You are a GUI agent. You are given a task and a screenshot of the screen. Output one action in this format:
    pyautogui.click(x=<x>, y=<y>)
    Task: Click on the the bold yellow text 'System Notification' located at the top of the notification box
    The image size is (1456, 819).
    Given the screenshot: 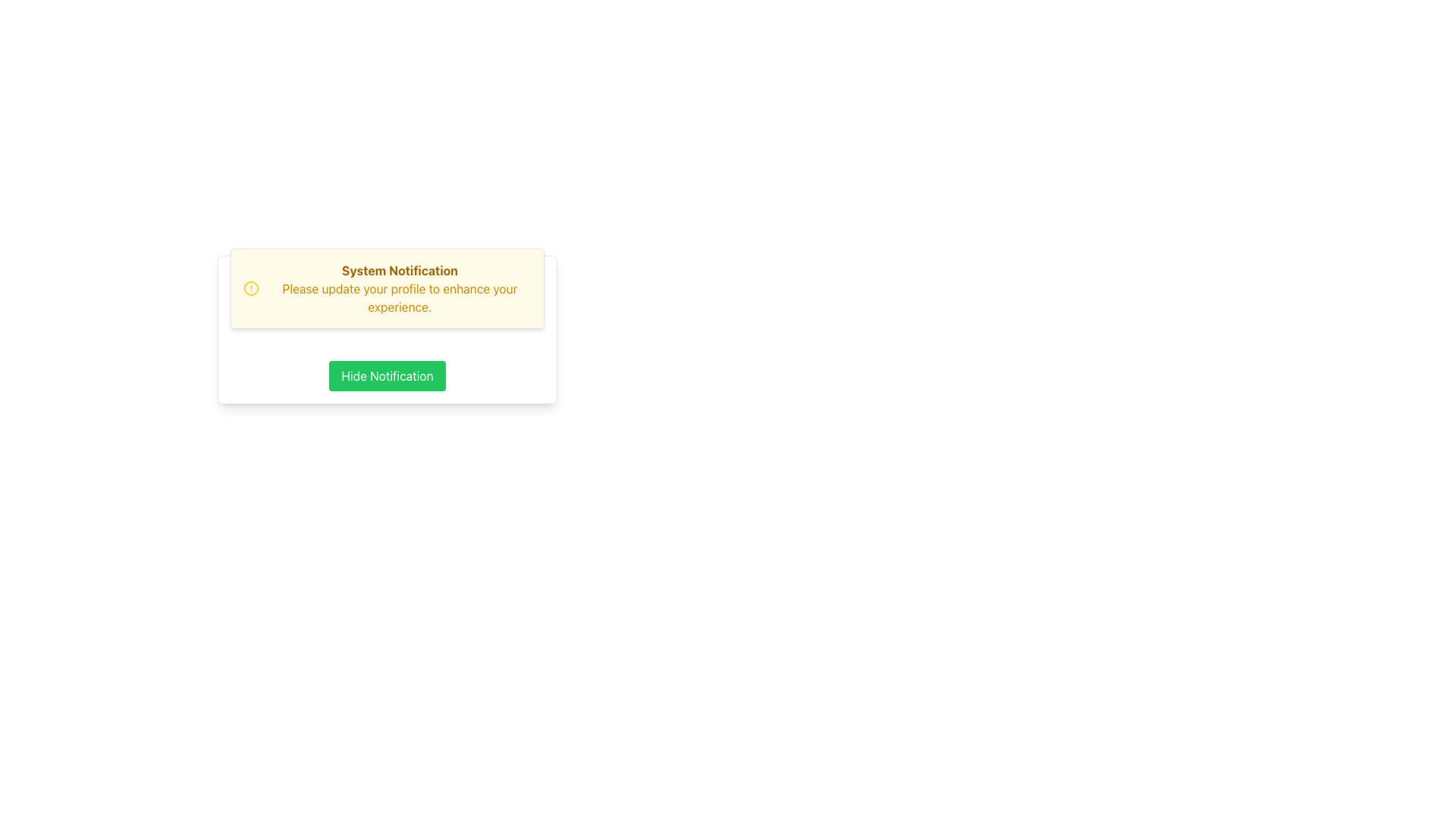 What is the action you would take?
    pyautogui.click(x=400, y=286)
    